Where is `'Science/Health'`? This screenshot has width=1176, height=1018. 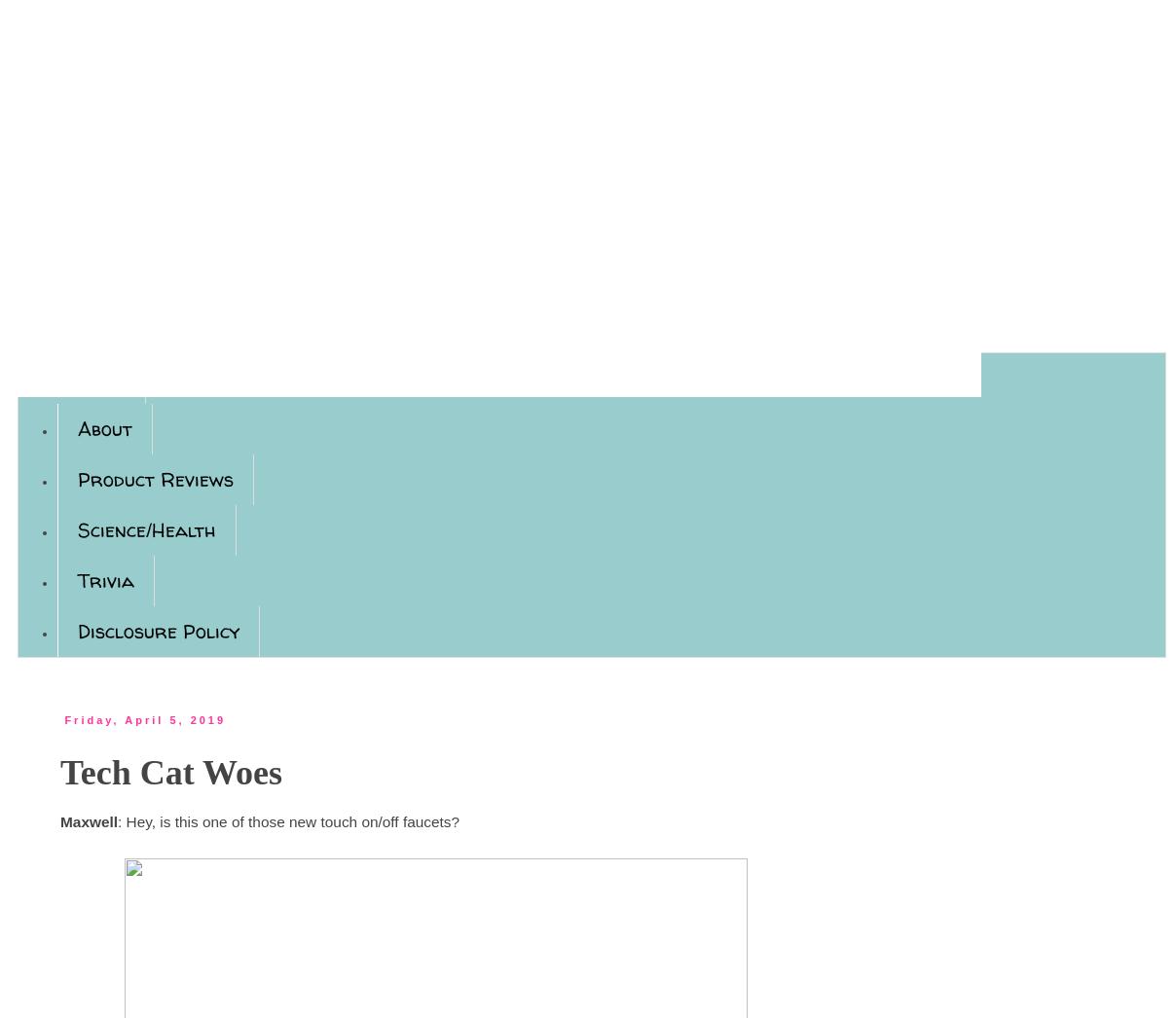 'Science/Health' is located at coordinates (146, 528).